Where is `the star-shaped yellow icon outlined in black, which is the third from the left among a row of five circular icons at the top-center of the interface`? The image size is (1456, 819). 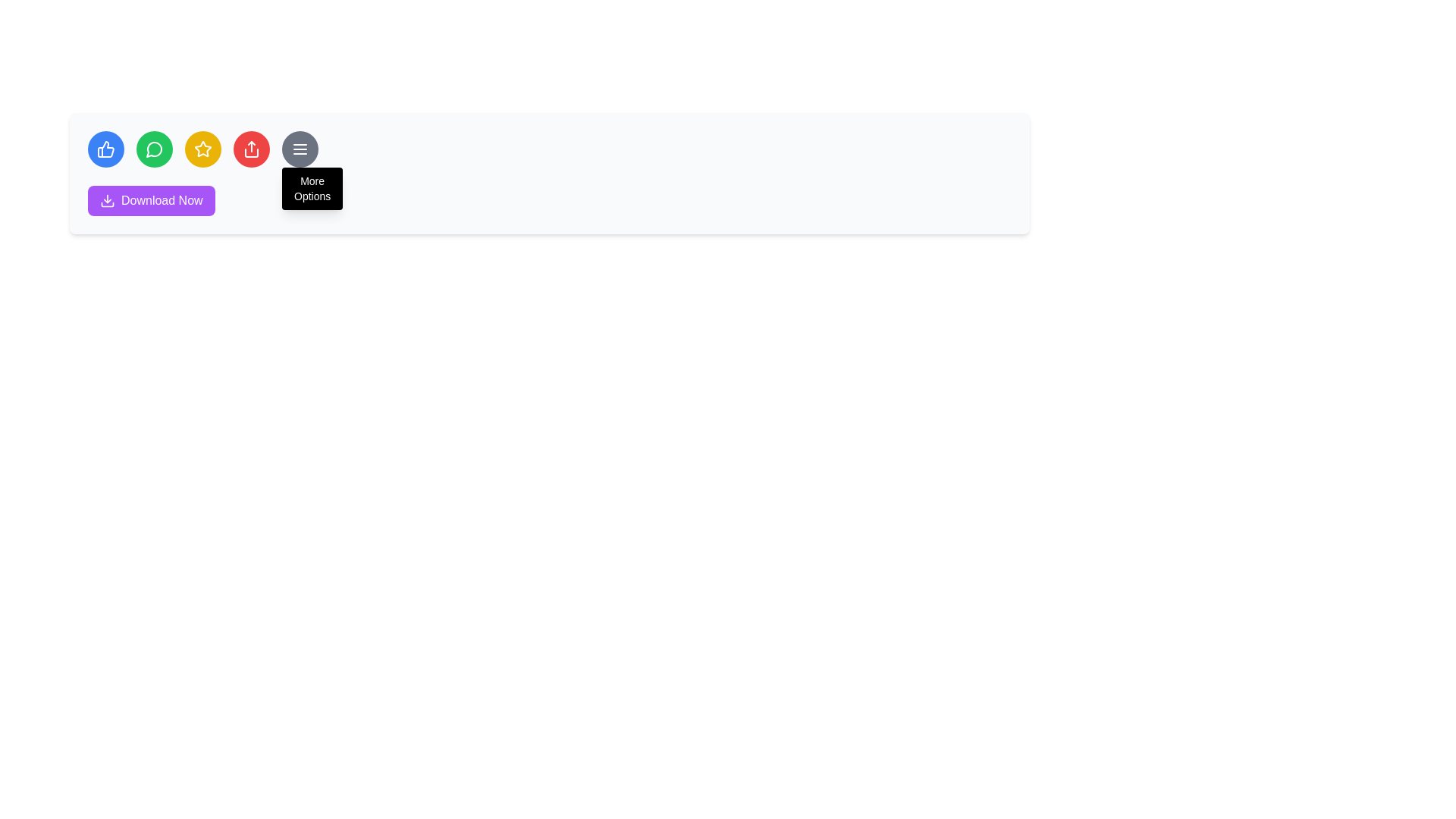
the star-shaped yellow icon outlined in black, which is the third from the left among a row of five circular icons at the top-center of the interface is located at coordinates (202, 149).